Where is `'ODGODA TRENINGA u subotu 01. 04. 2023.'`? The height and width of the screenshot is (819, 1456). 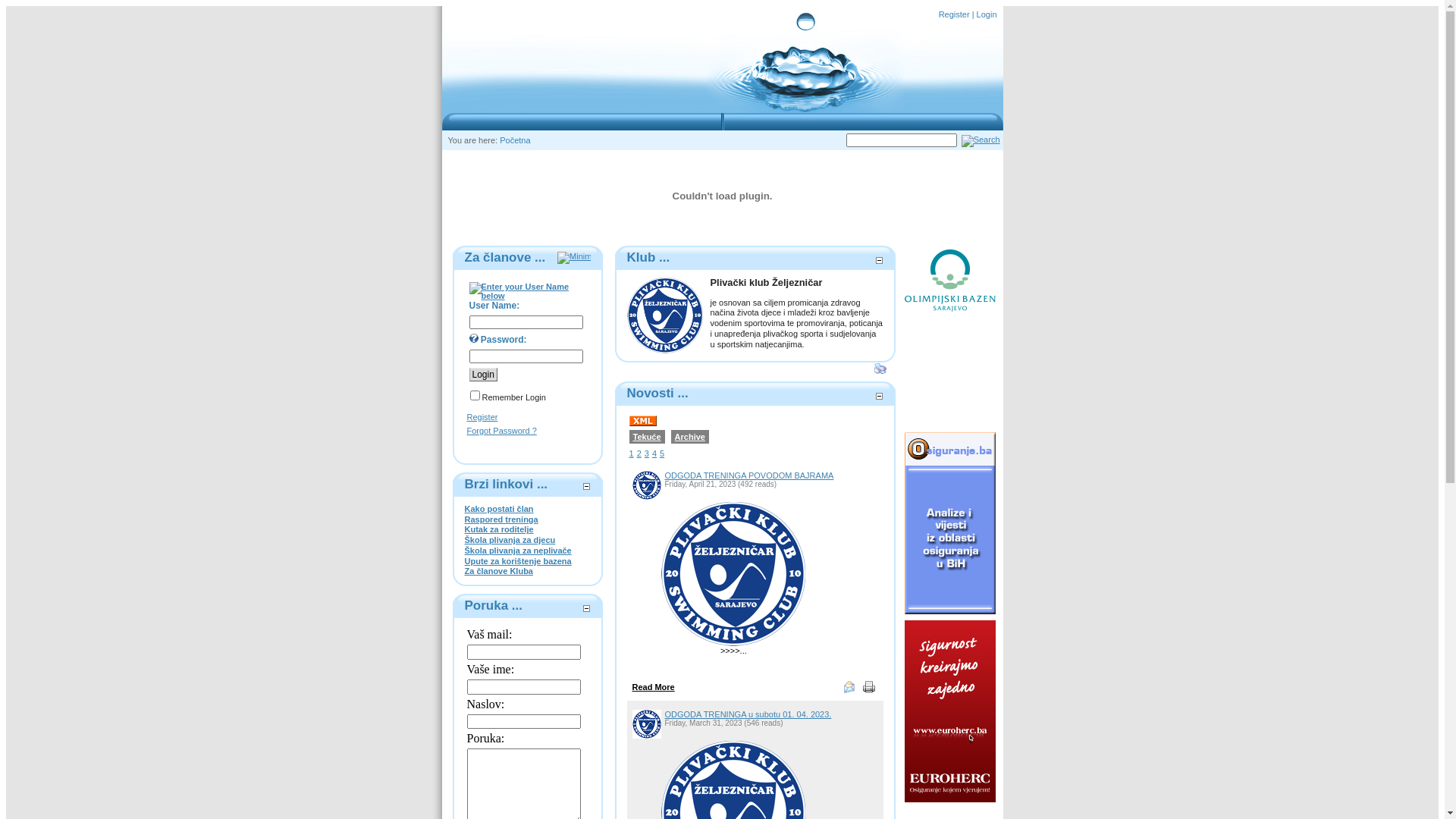
'ODGODA TRENINGA u subotu 01. 04. 2023.' is located at coordinates (747, 714).